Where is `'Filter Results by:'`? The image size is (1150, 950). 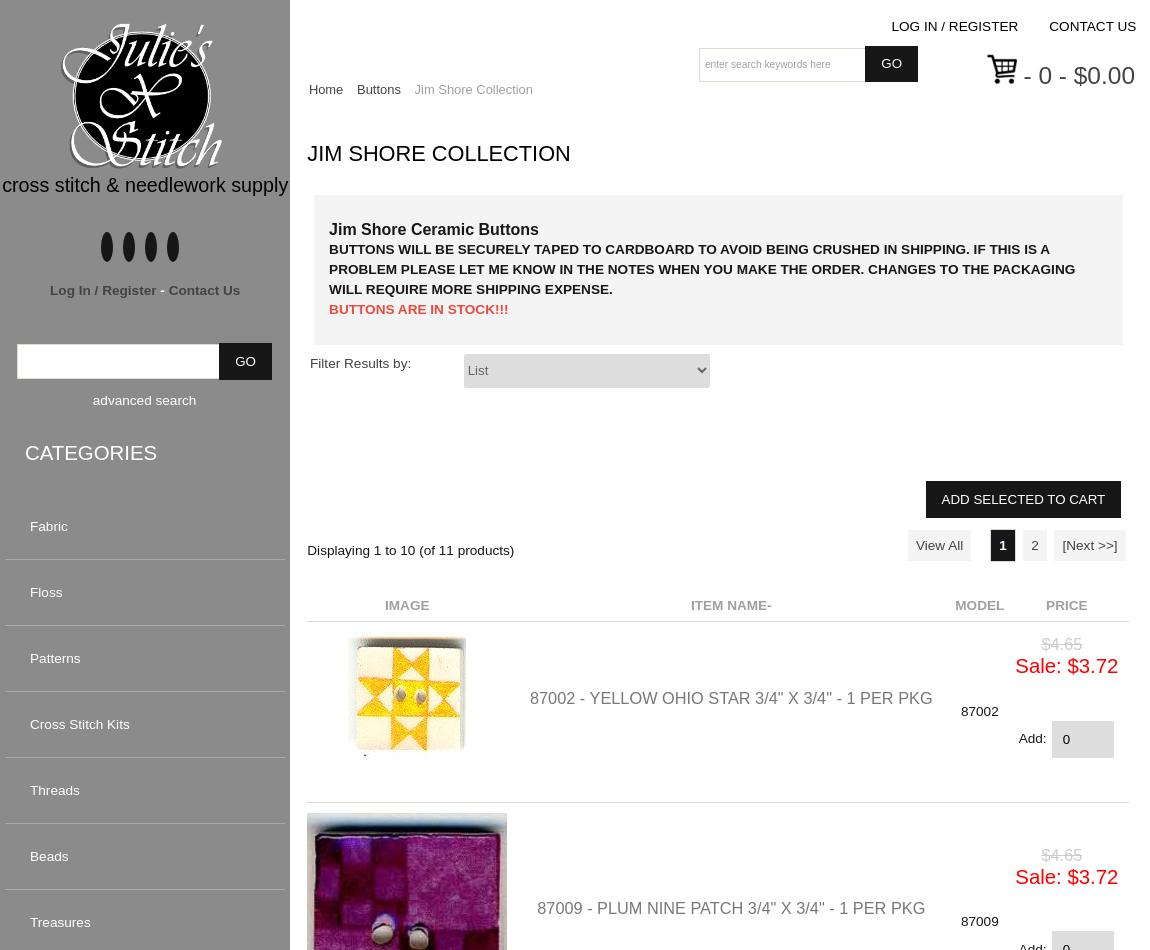
'Filter Results by:' is located at coordinates (360, 362).